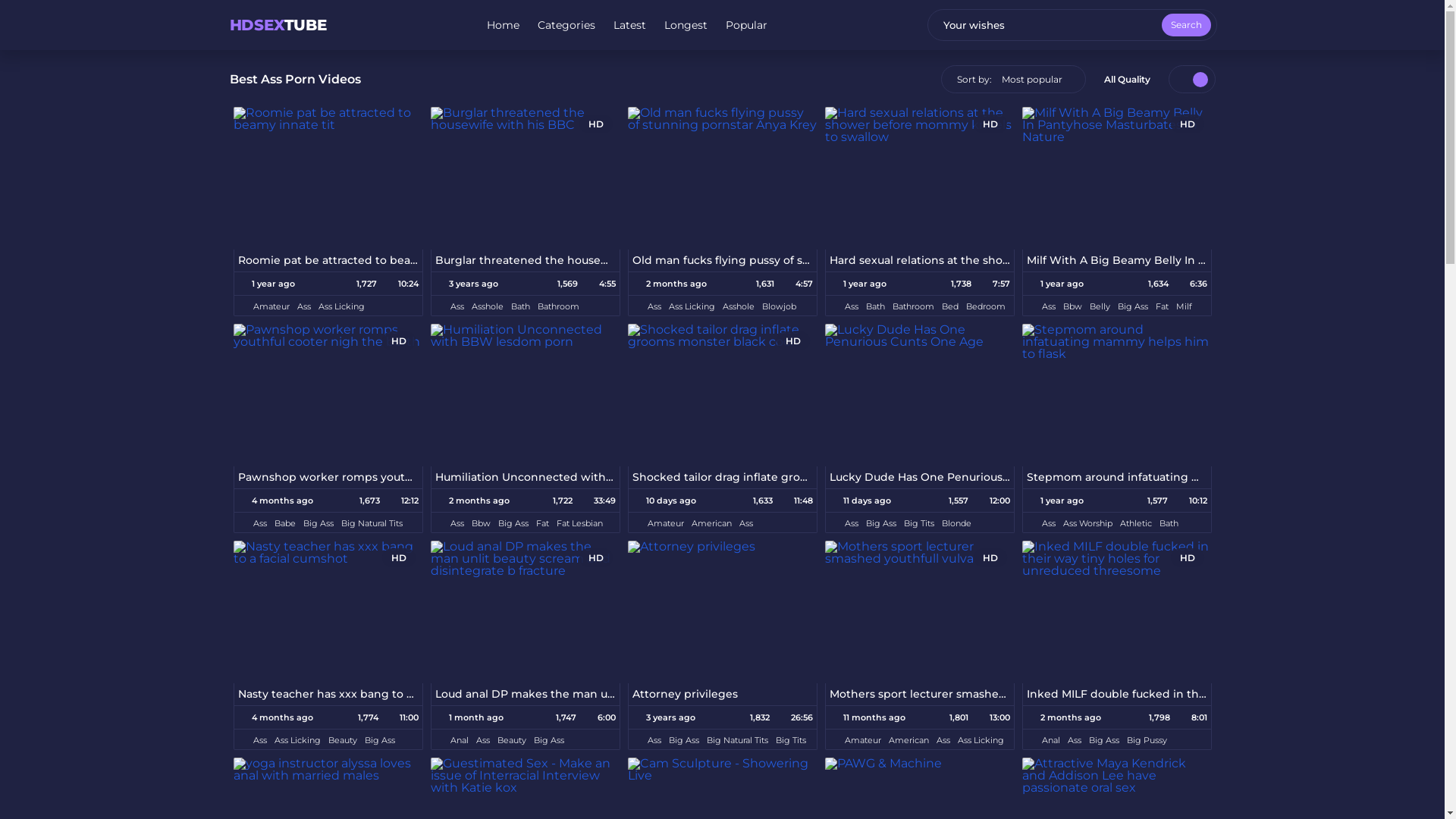 This screenshot has height=819, width=1456. What do you see at coordinates (737, 739) in the screenshot?
I see `'Big Natural Tits'` at bounding box center [737, 739].